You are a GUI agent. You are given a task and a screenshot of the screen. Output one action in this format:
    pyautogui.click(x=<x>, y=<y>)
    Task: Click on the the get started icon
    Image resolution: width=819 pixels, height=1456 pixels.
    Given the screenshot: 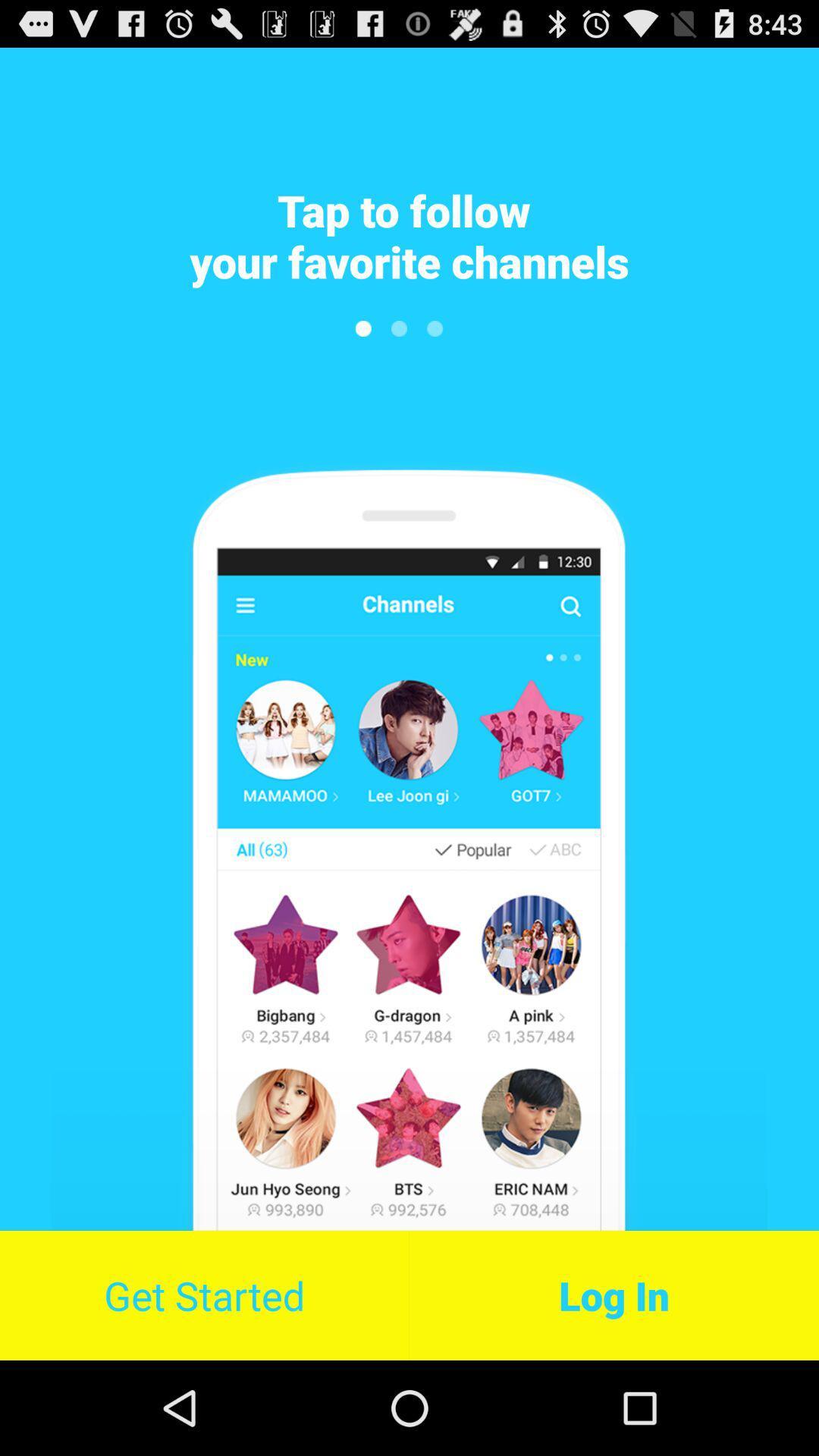 What is the action you would take?
    pyautogui.click(x=203, y=1294)
    